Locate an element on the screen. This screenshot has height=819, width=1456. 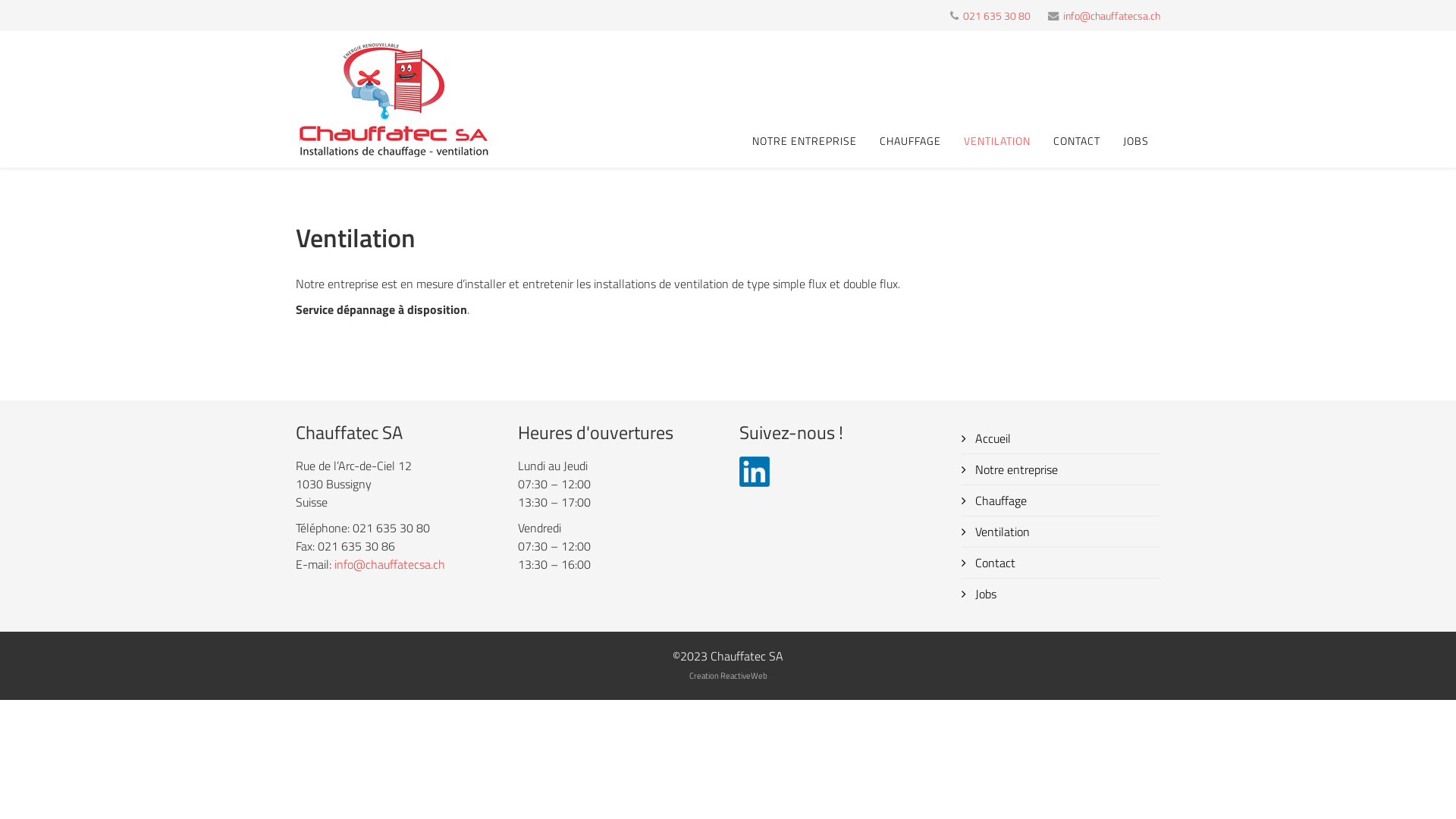
'CONTACT' is located at coordinates (1076, 140).